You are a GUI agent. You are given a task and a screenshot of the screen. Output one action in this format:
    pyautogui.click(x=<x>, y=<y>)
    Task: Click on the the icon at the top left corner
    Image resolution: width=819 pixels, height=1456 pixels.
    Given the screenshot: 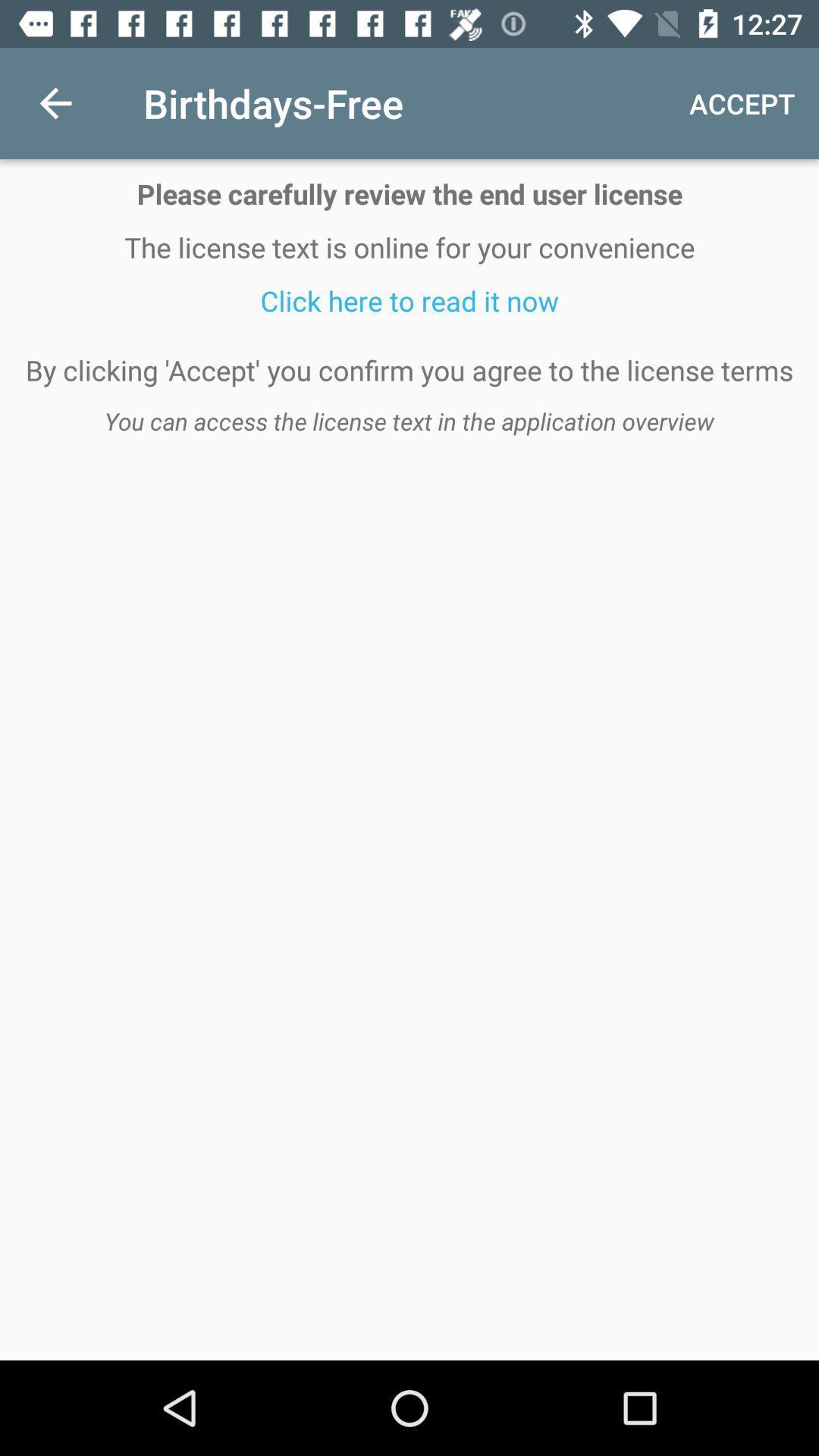 What is the action you would take?
    pyautogui.click(x=55, y=102)
    